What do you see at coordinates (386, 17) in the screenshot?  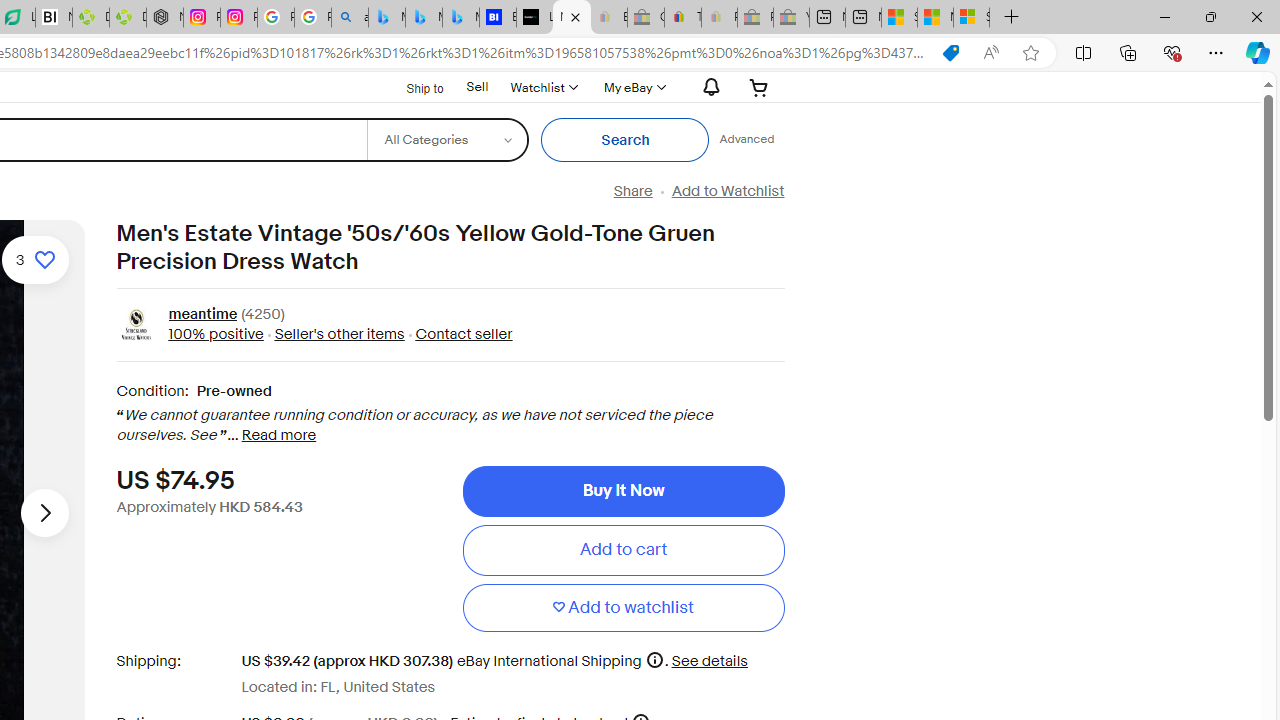 I see `'Microsoft Bing Travel - Flights from Hong Kong to Bangkok'` at bounding box center [386, 17].